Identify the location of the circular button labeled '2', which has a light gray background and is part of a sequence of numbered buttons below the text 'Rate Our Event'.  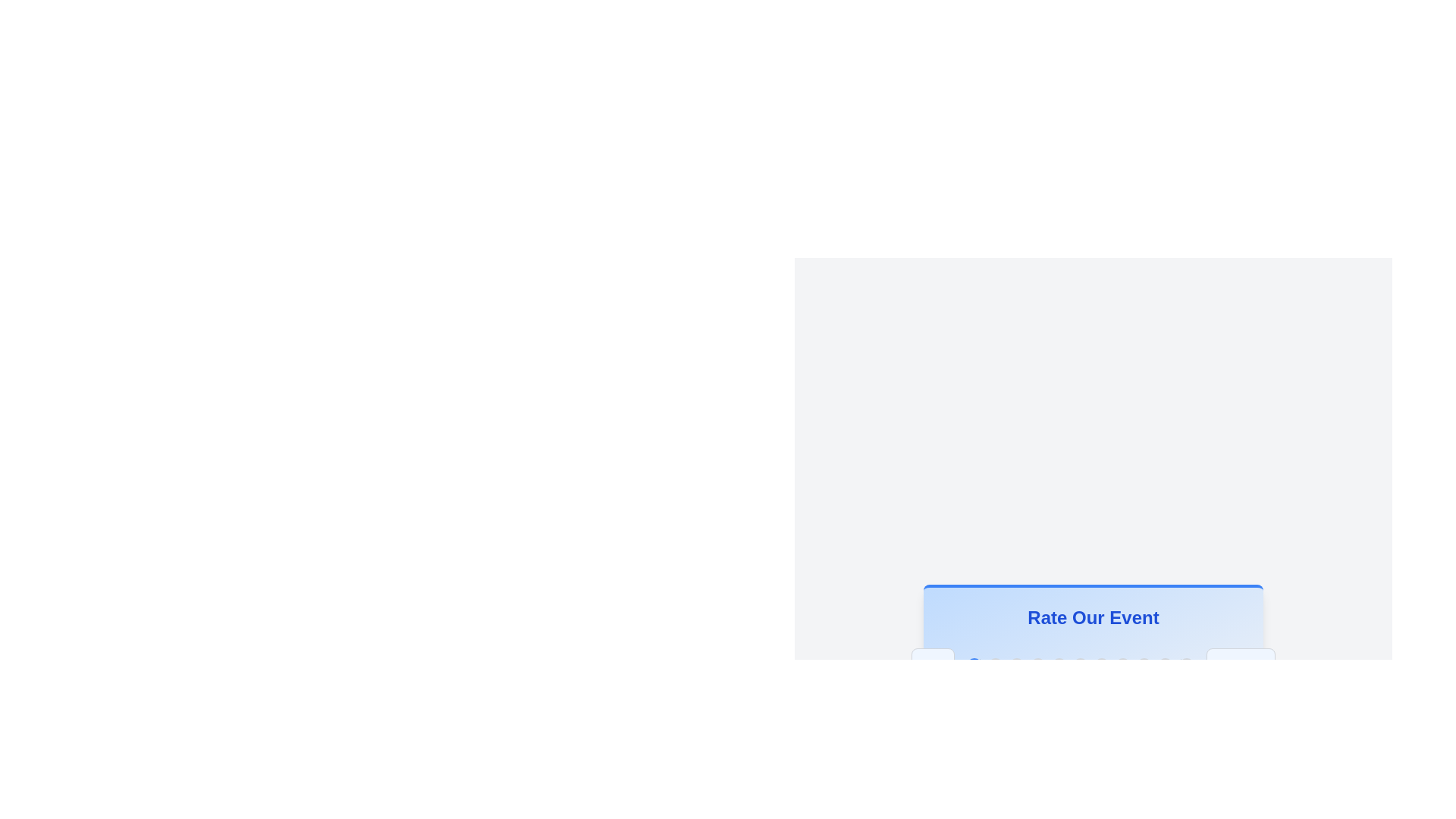
(1016, 665).